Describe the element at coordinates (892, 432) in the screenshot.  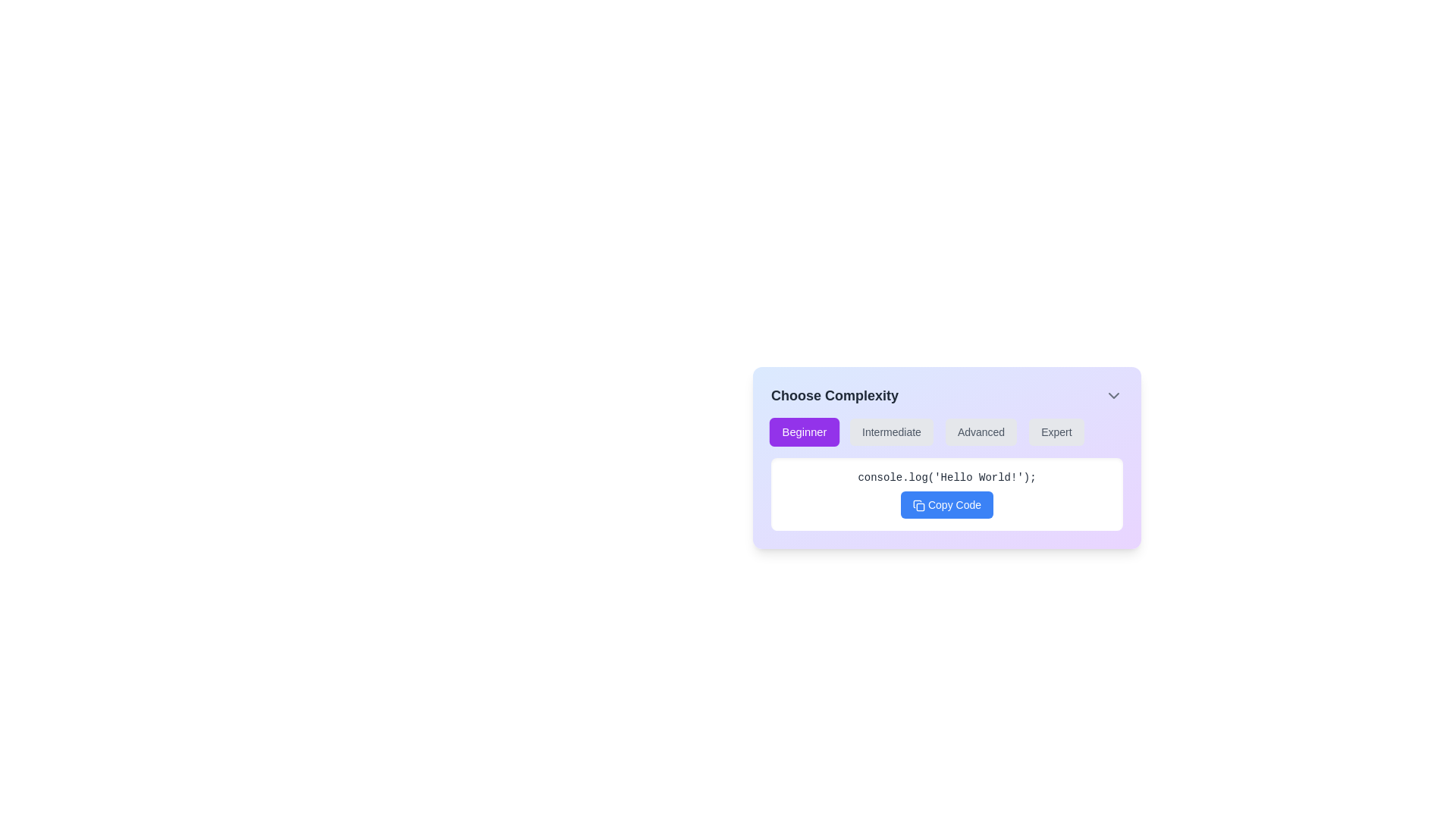
I see `the 'Intermediate' button` at that location.